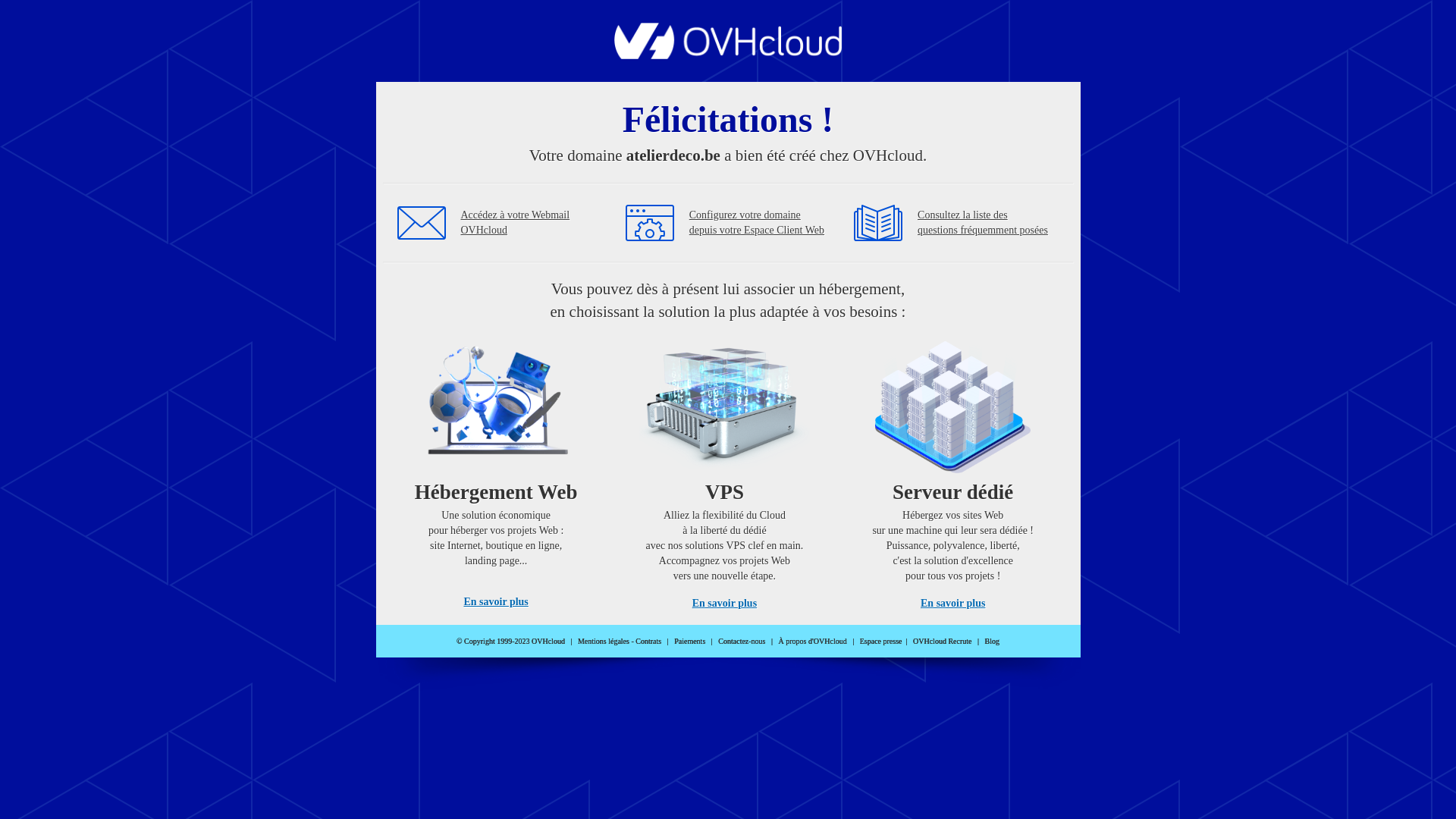 The height and width of the screenshot is (819, 1456). Describe the element at coordinates (723, 602) in the screenshot. I see `'En savoir plus'` at that location.